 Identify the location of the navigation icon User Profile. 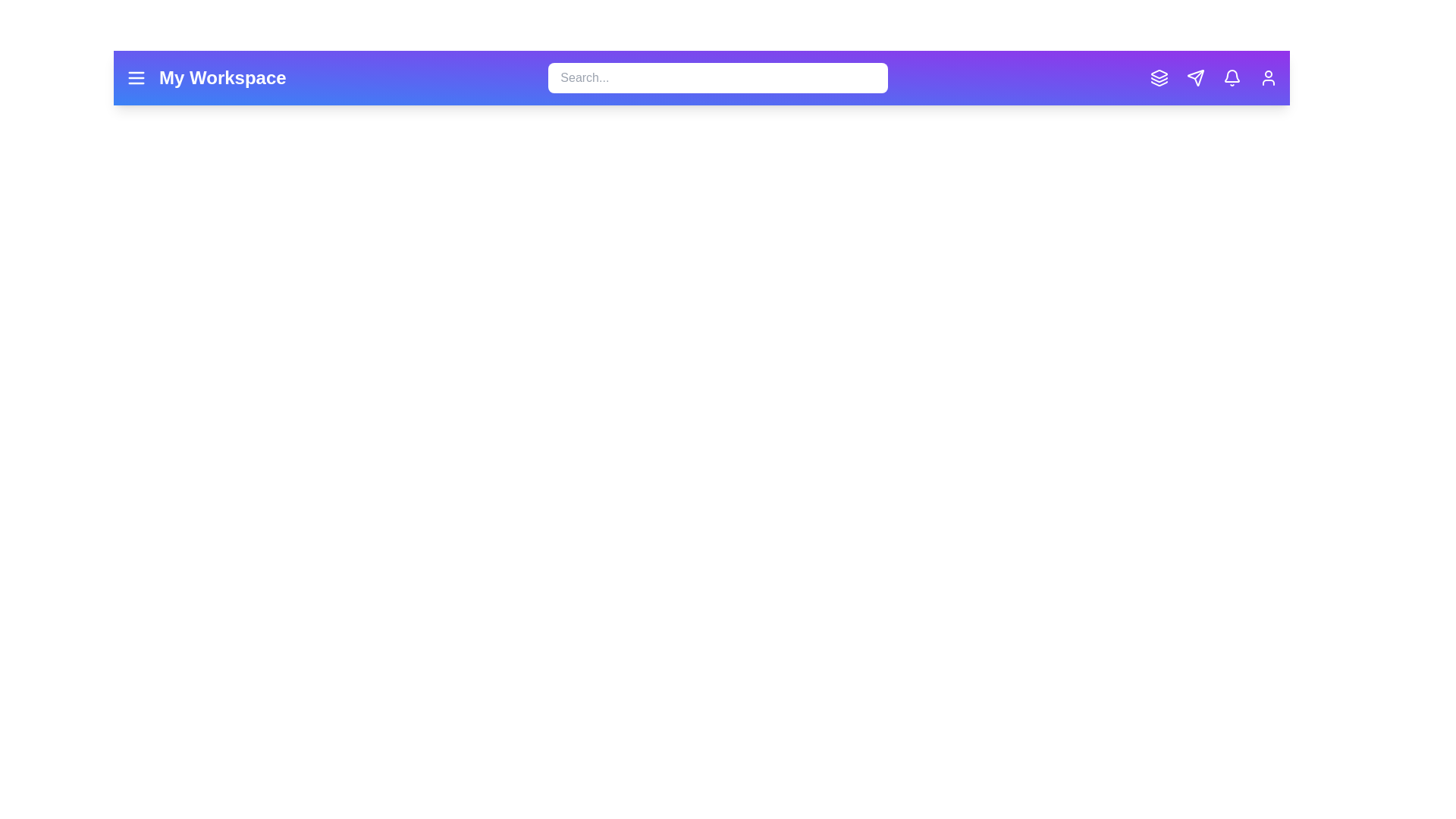
(1269, 78).